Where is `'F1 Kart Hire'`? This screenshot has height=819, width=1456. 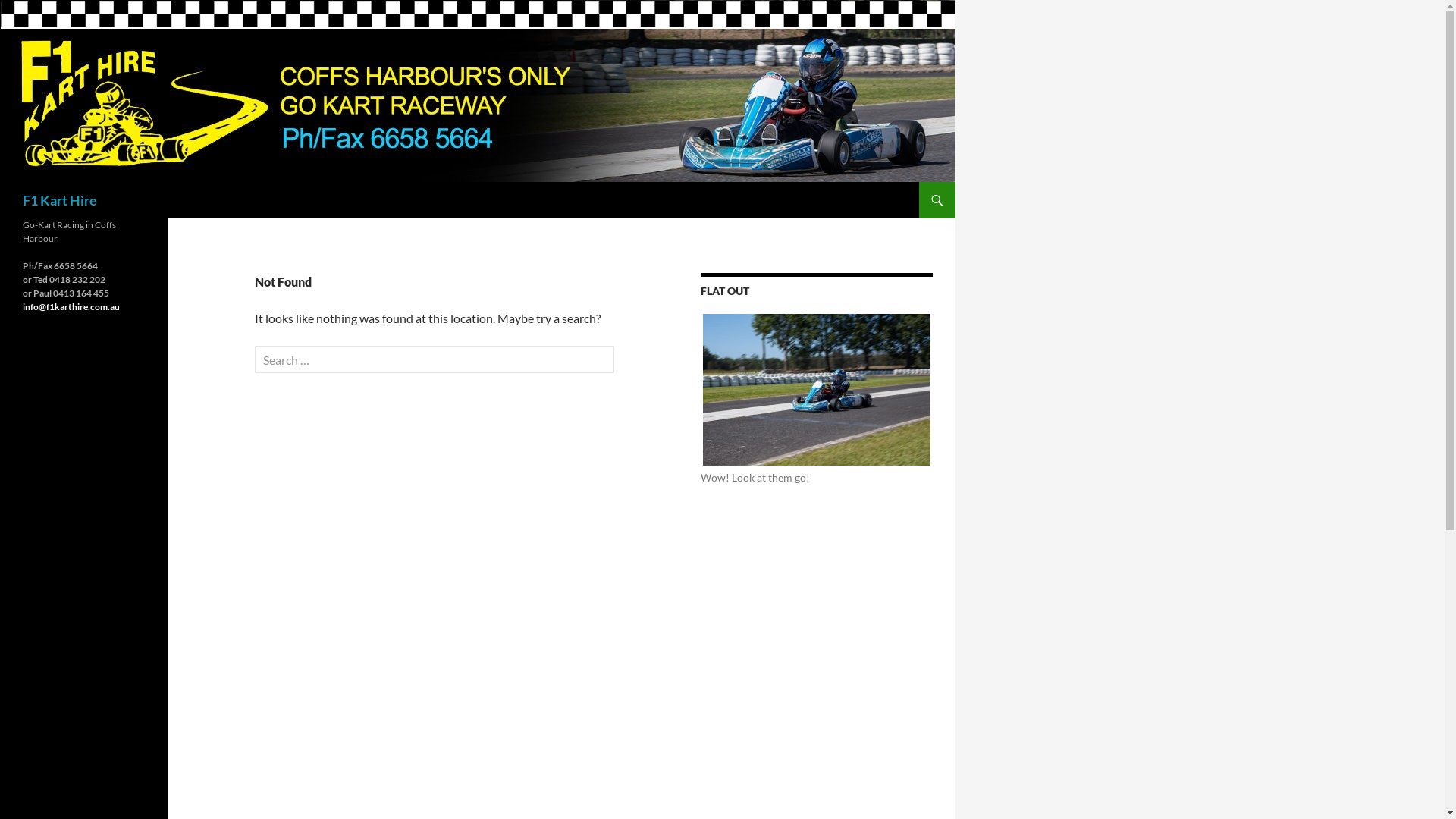
'F1 Kart Hire' is located at coordinates (59, 199).